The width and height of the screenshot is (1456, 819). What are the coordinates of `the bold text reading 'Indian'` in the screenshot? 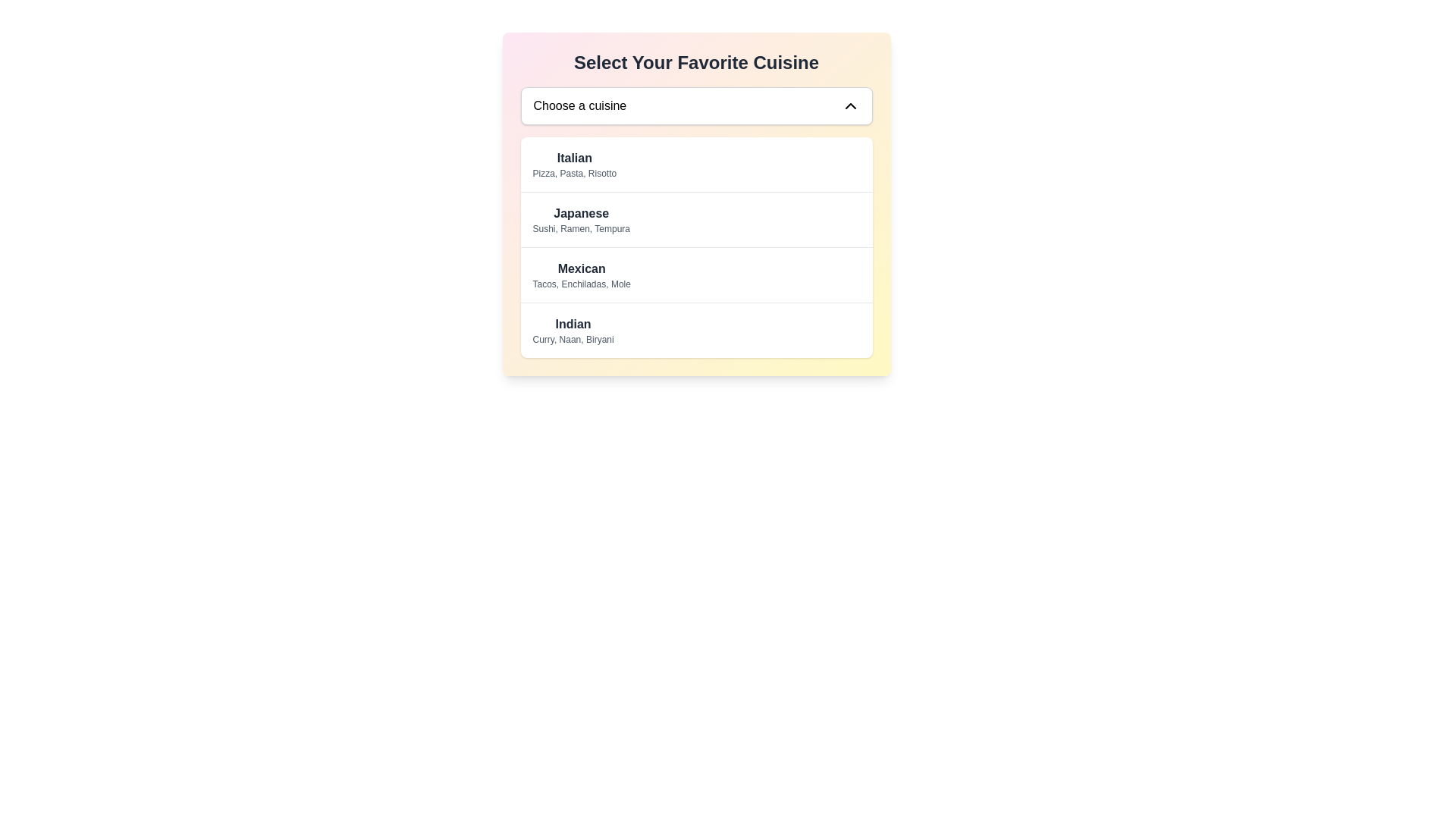 It's located at (573, 324).